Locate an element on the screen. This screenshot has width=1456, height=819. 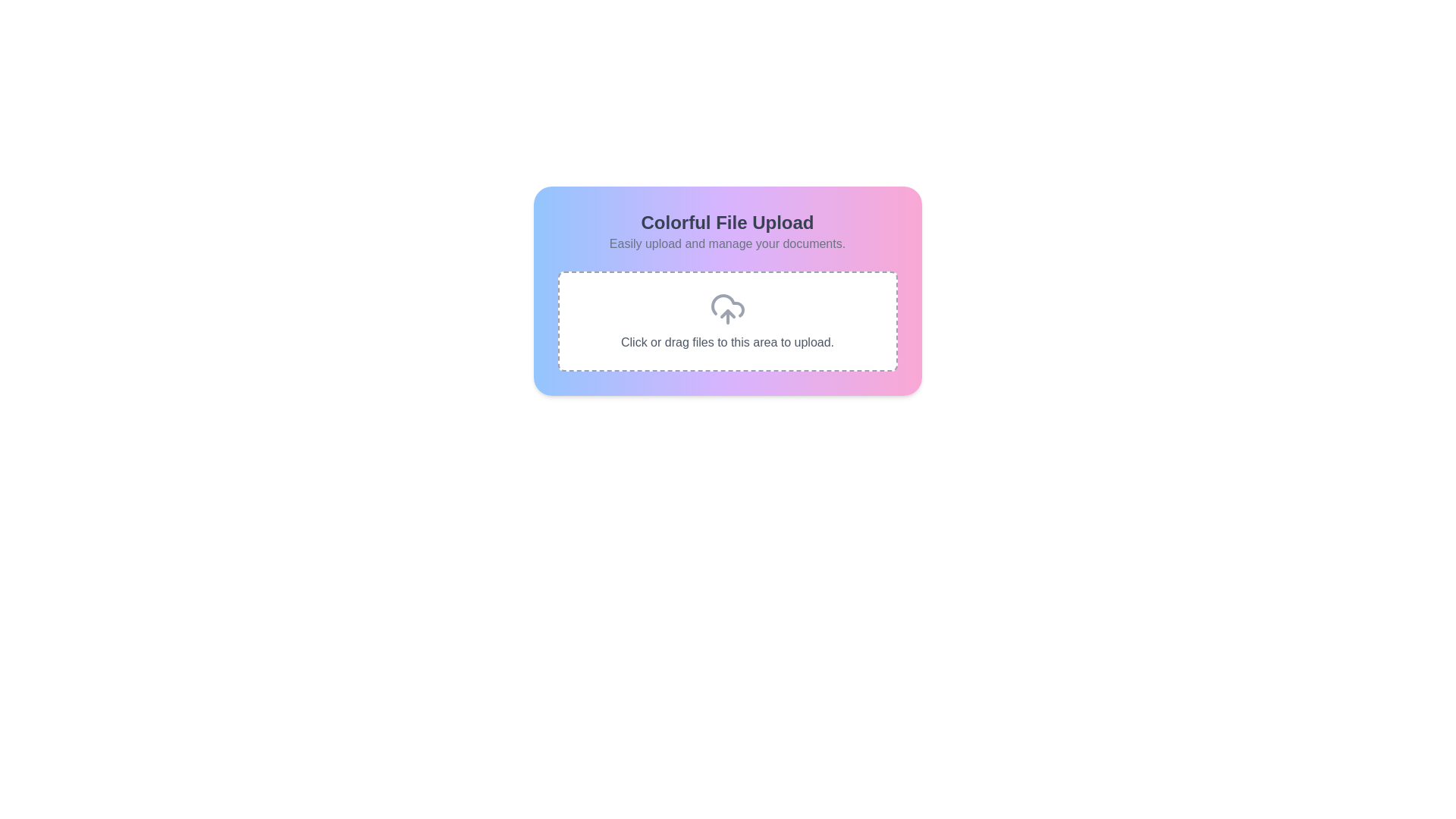
the centrally positioned Drag-and-drop file upload area is located at coordinates (726, 321).